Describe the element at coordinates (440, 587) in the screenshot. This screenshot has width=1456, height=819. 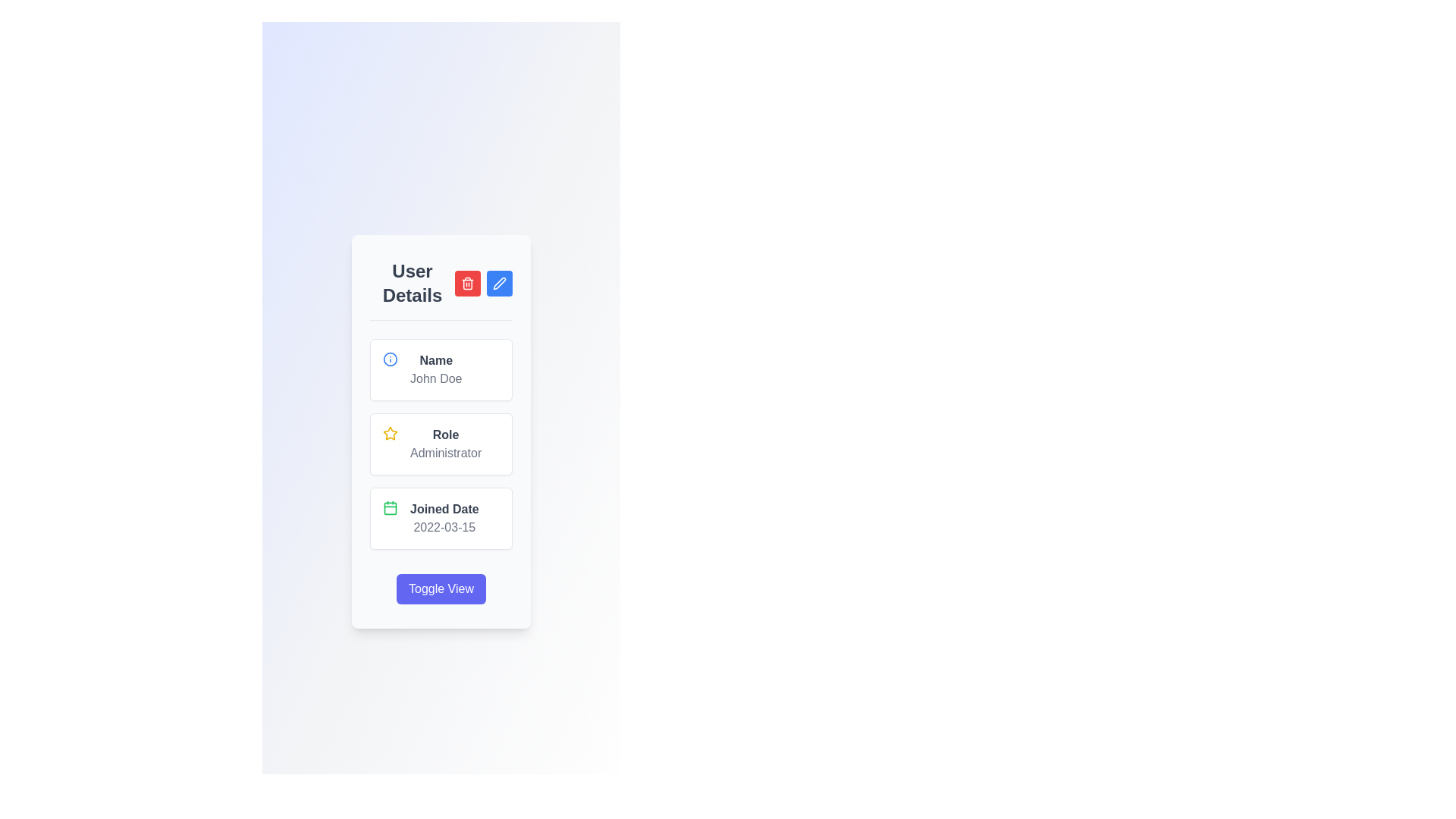
I see `the toggle view mode button located at the bottom of the user details panel, positioned directly below the 'Joined Date' section` at that location.